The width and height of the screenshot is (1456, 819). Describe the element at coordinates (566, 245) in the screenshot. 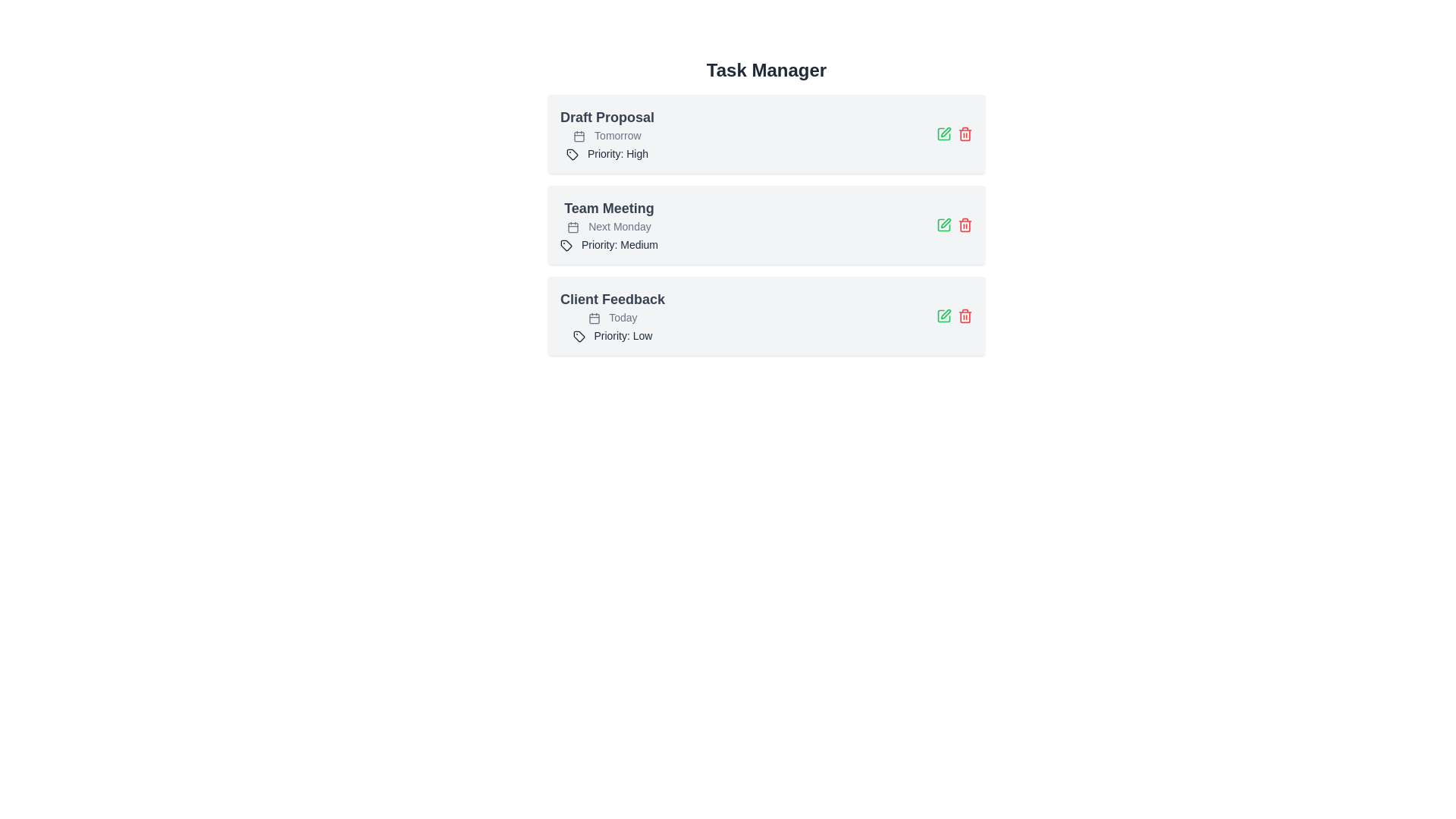

I see `the graphical icon resembling a tag, which has a parallelogram-shaped base and a small circular hole, located in the second task entry labeled 'Team Meeting'` at that location.